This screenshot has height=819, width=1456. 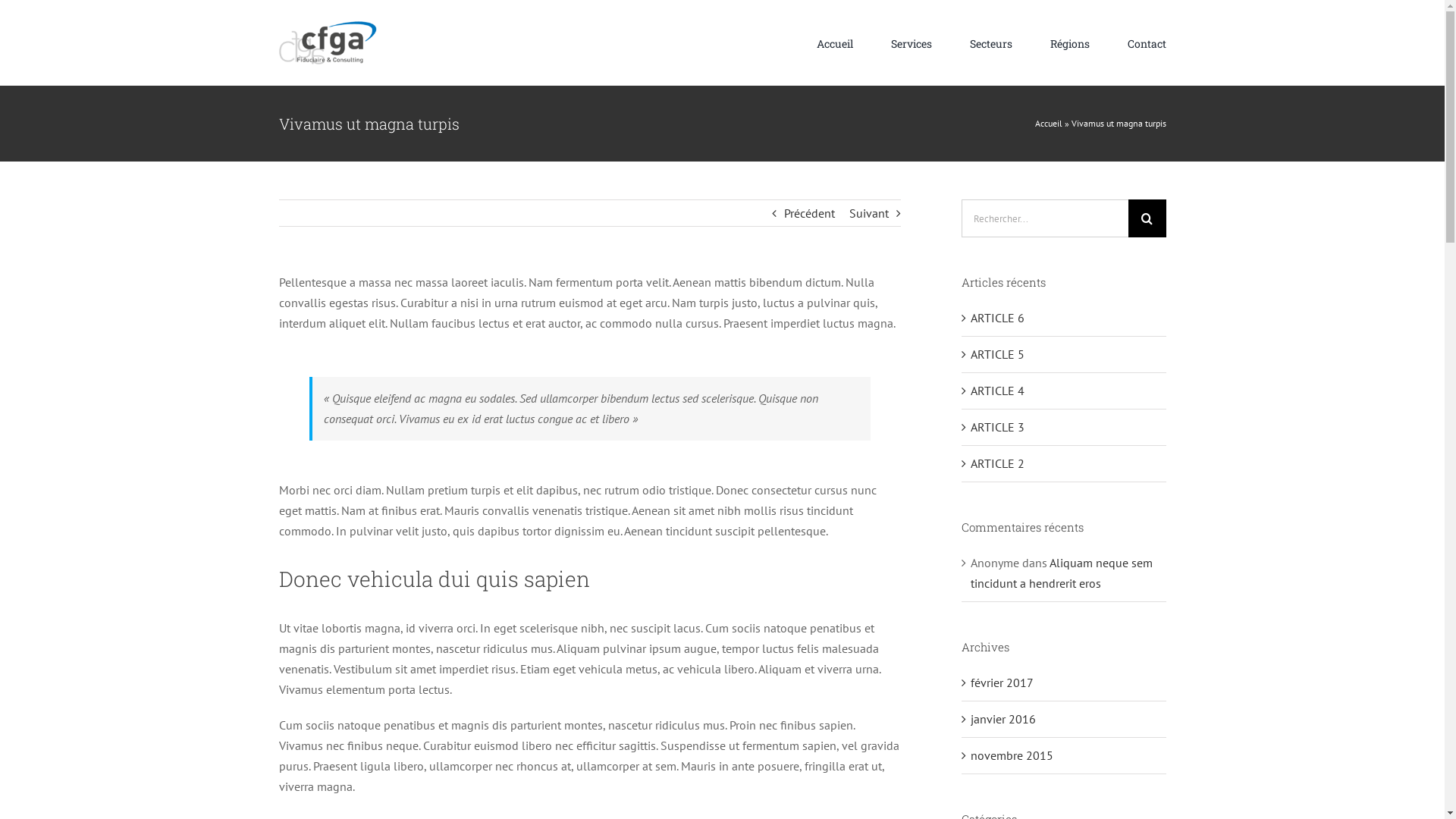 What do you see at coordinates (997, 353) in the screenshot?
I see `'ARTICLE 5'` at bounding box center [997, 353].